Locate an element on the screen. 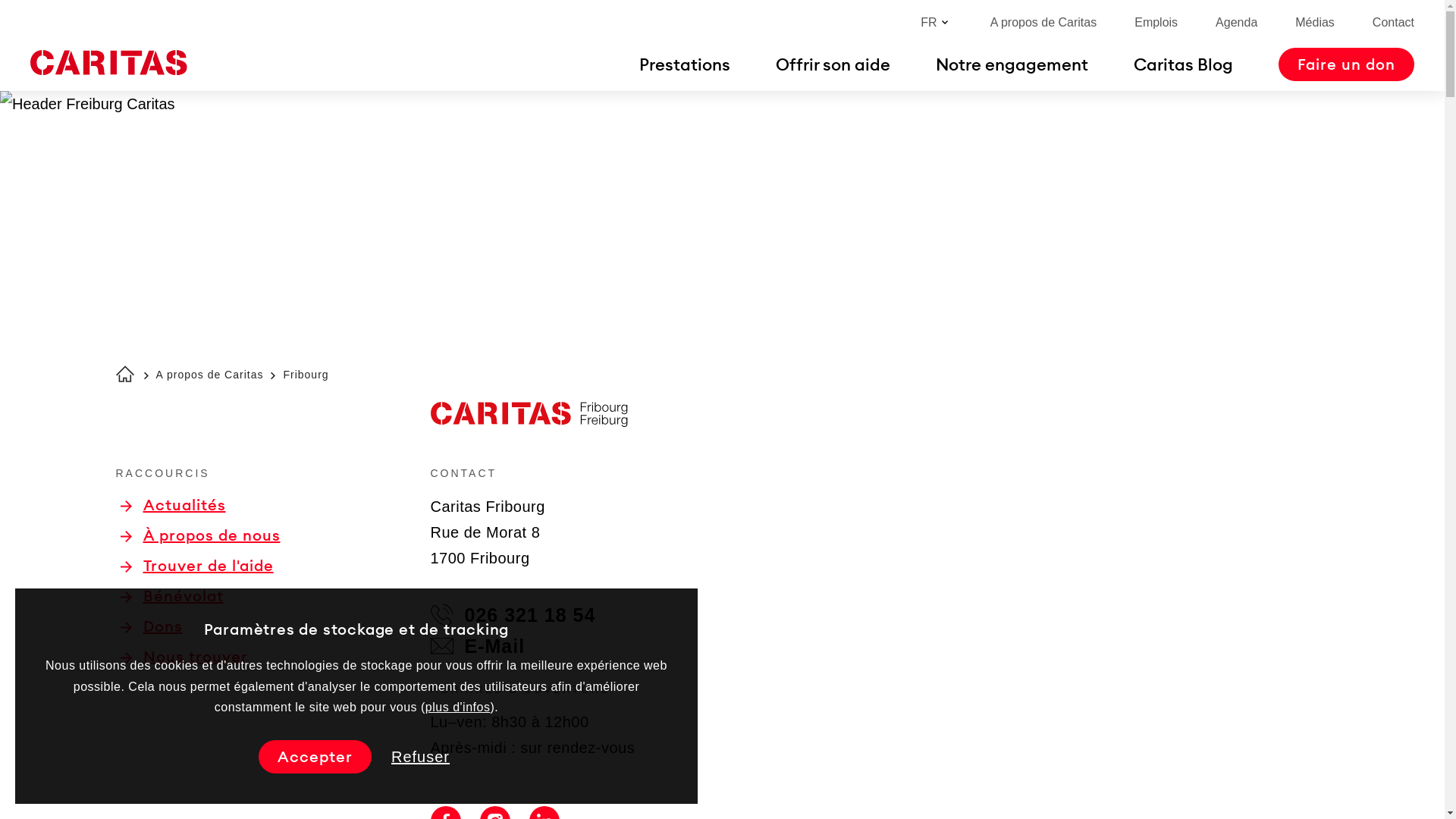 The width and height of the screenshot is (1456, 819). 'Caritas Blog' is located at coordinates (1182, 63).